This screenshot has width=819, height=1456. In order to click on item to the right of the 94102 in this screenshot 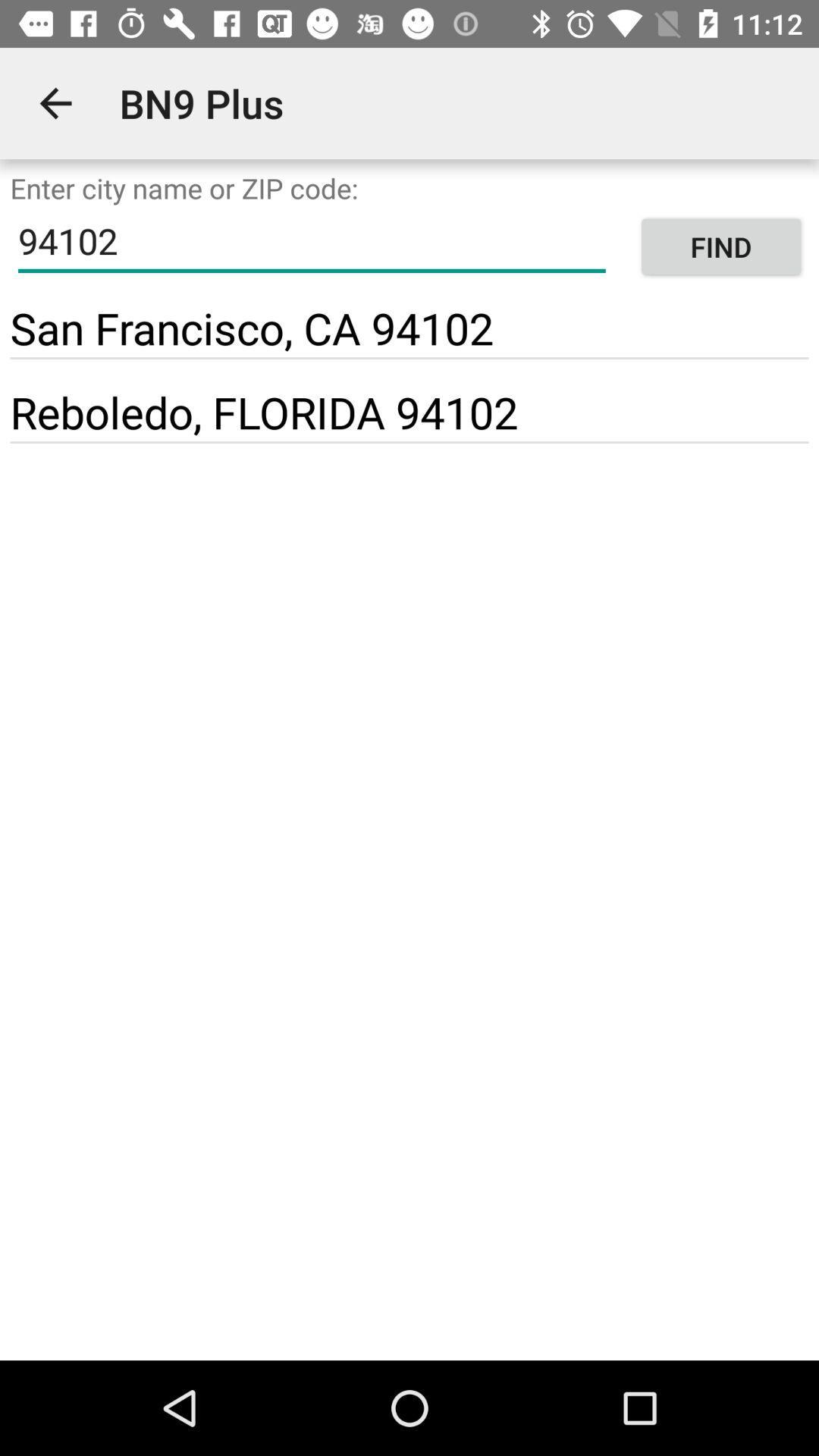, I will do `click(720, 246)`.